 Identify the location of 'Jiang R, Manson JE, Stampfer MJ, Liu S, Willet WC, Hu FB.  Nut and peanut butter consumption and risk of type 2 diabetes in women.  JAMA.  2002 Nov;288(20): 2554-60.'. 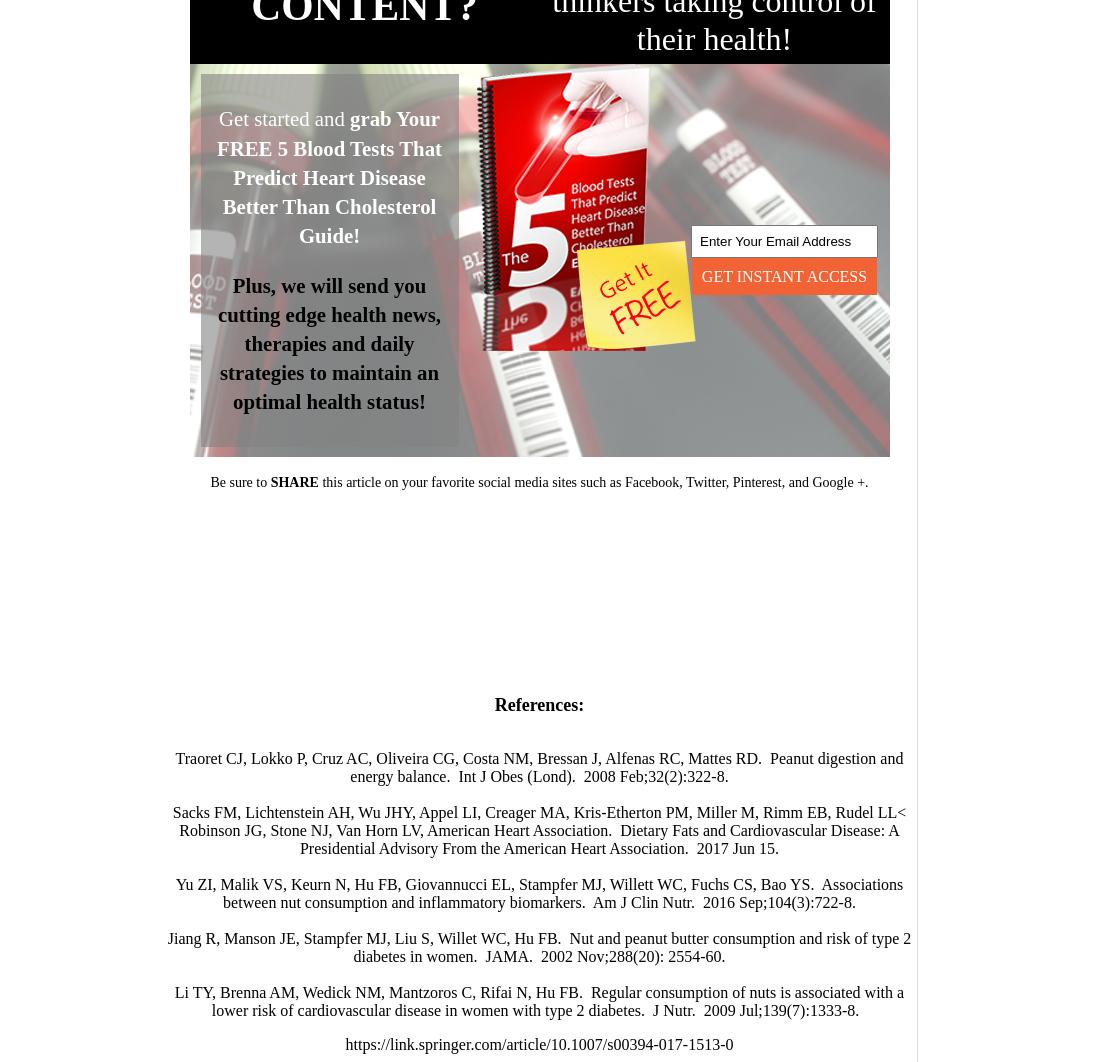
(166, 946).